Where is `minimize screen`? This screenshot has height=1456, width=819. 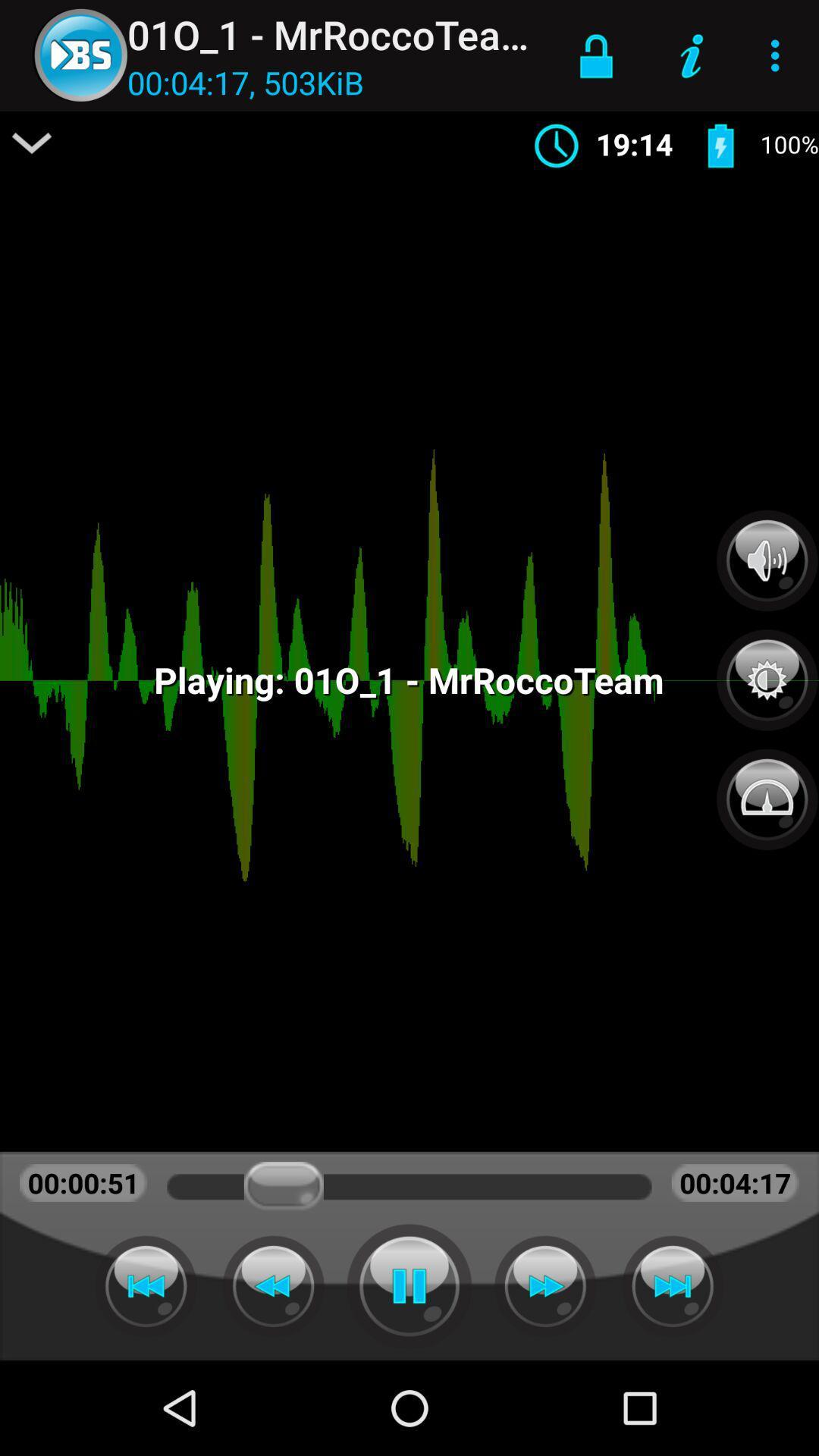 minimize screen is located at coordinates (32, 143).